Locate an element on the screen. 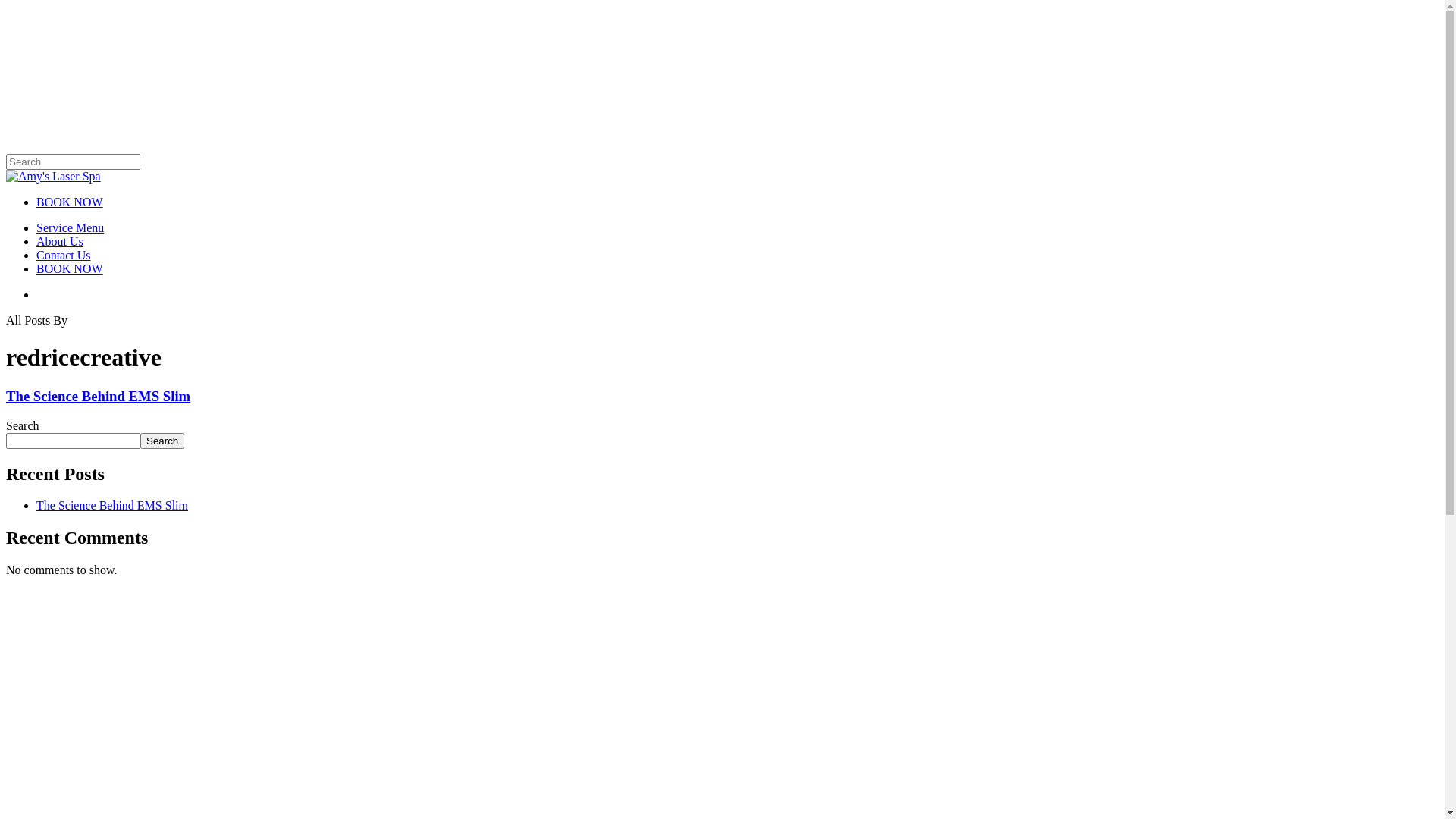 The image size is (1456, 819). 'About Us' is located at coordinates (59, 240).